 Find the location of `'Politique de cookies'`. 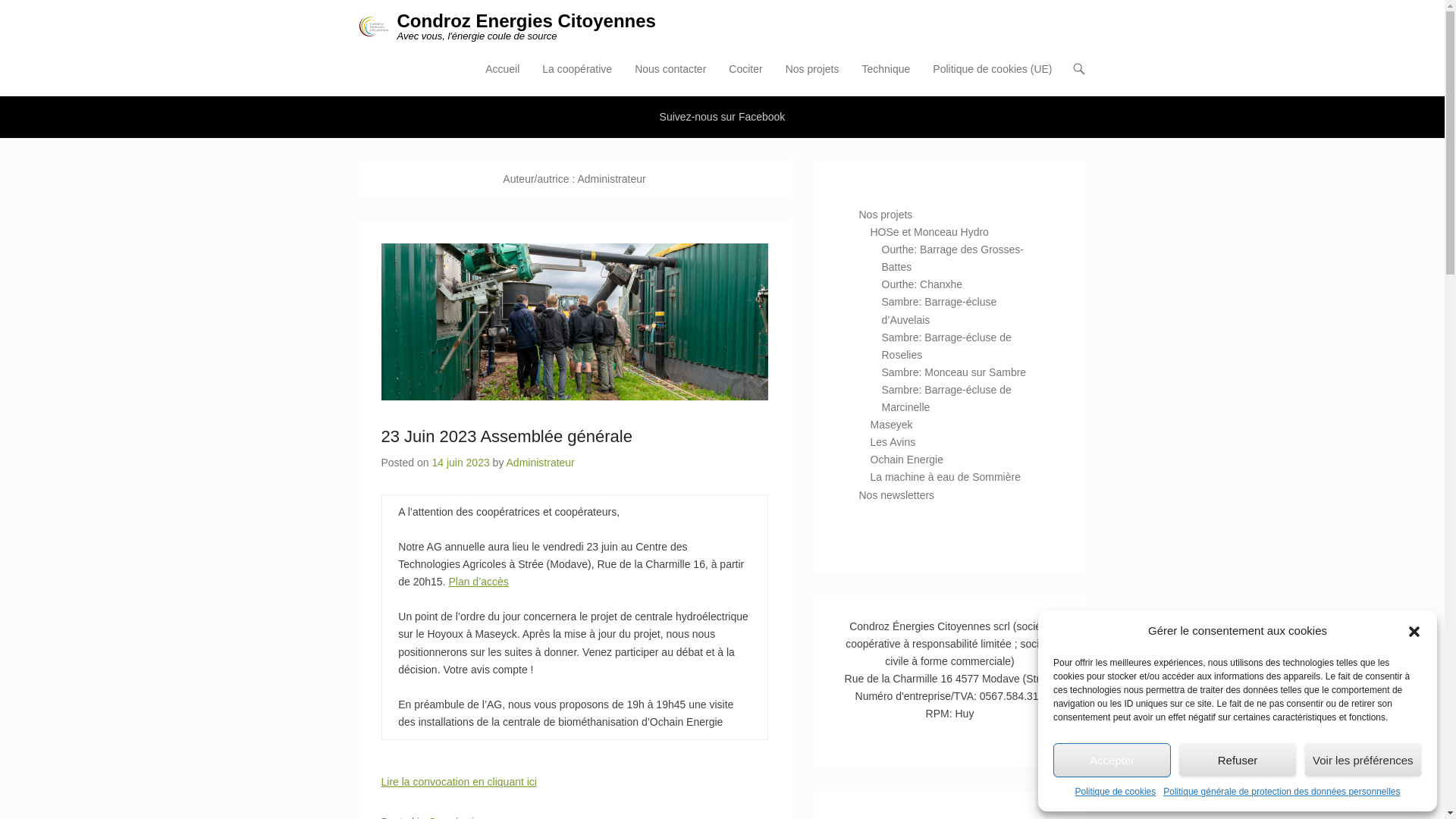

'Politique de cookies' is located at coordinates (1116, 792).